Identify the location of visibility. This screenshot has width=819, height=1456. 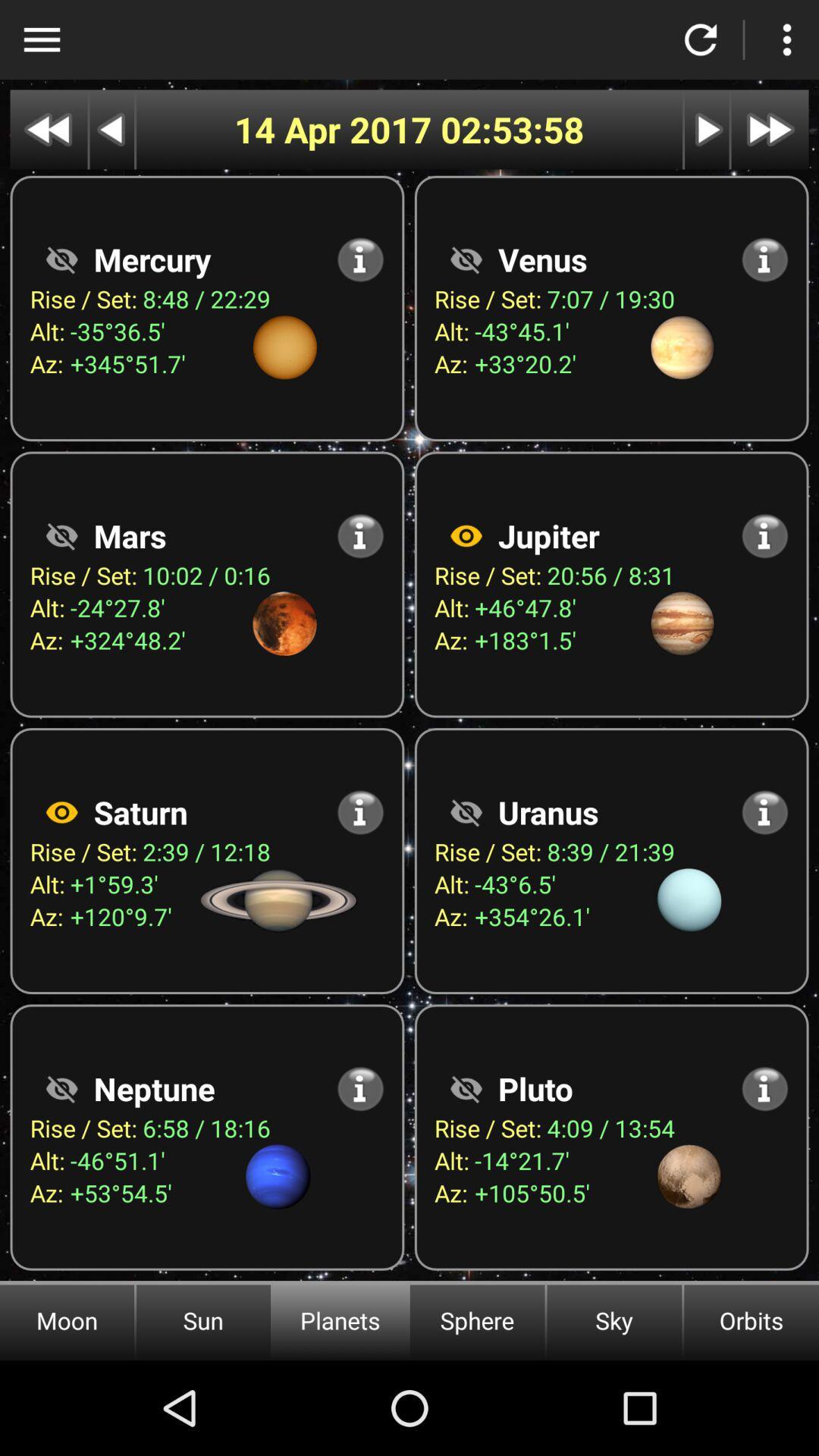
(61, 259).